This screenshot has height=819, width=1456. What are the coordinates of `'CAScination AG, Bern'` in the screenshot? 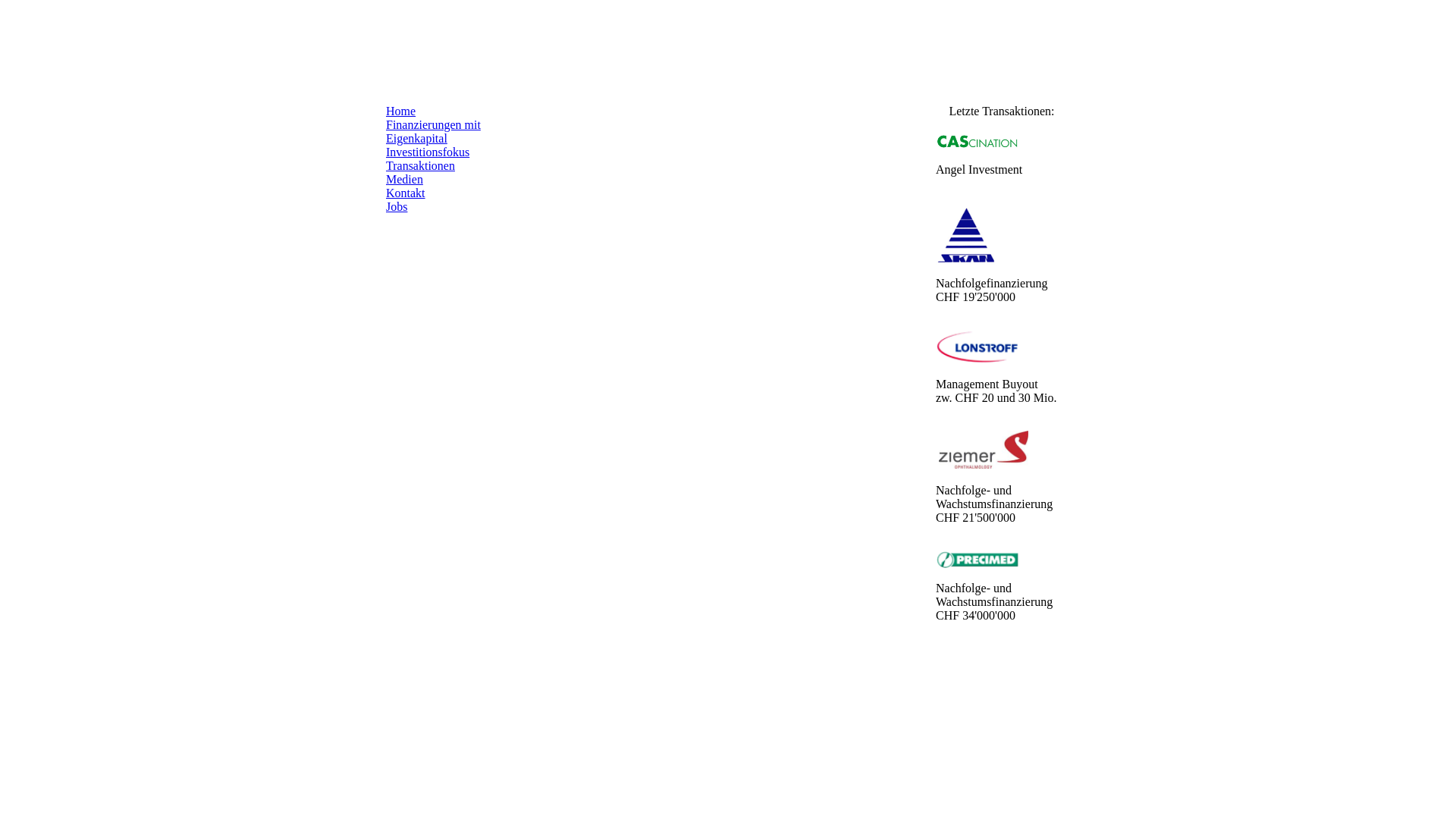 It's located at (977, 141).